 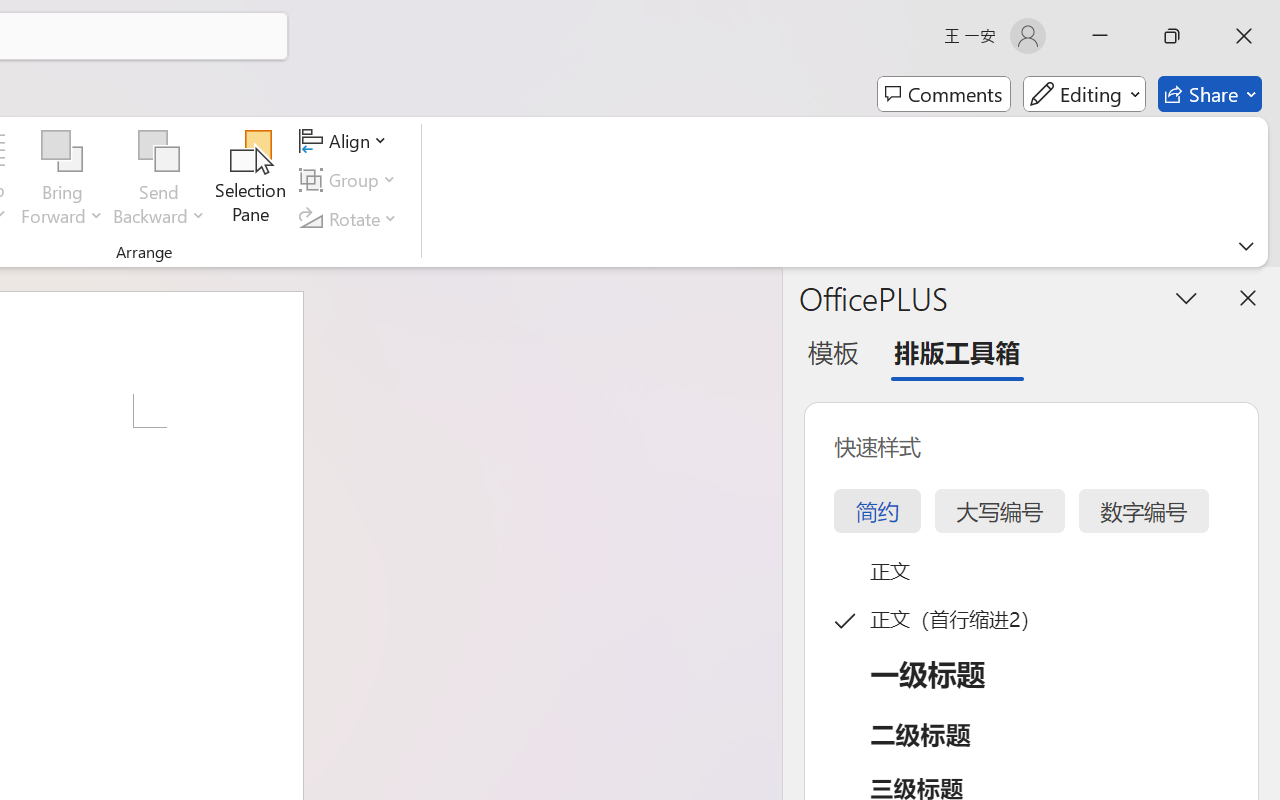 What do you see at coordinates (62, 151) in the screenshot?
I see `'Bring Forward'` at bounding box center [62, 151].